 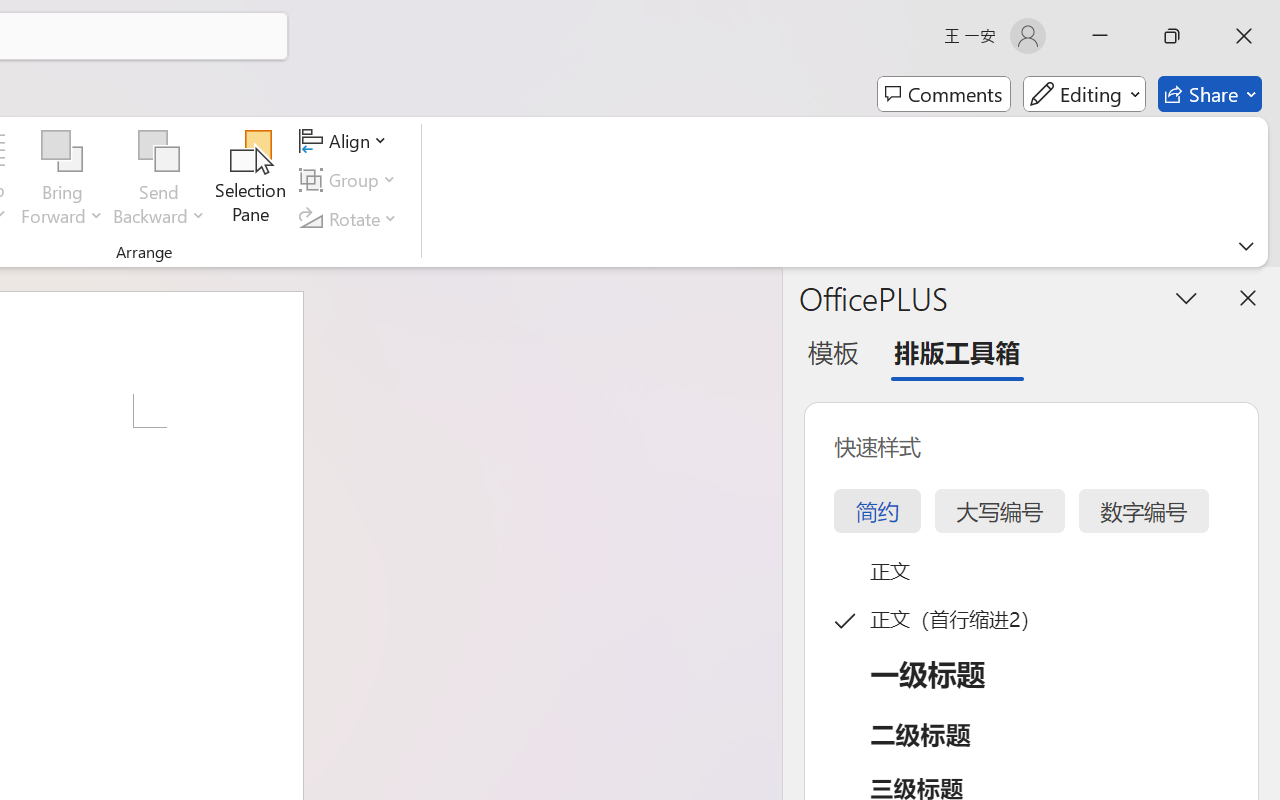 What do you see at coordinates (62, 151) in the screenshot?
I see `'Bring Forward'` at bounding box center [62, 151].